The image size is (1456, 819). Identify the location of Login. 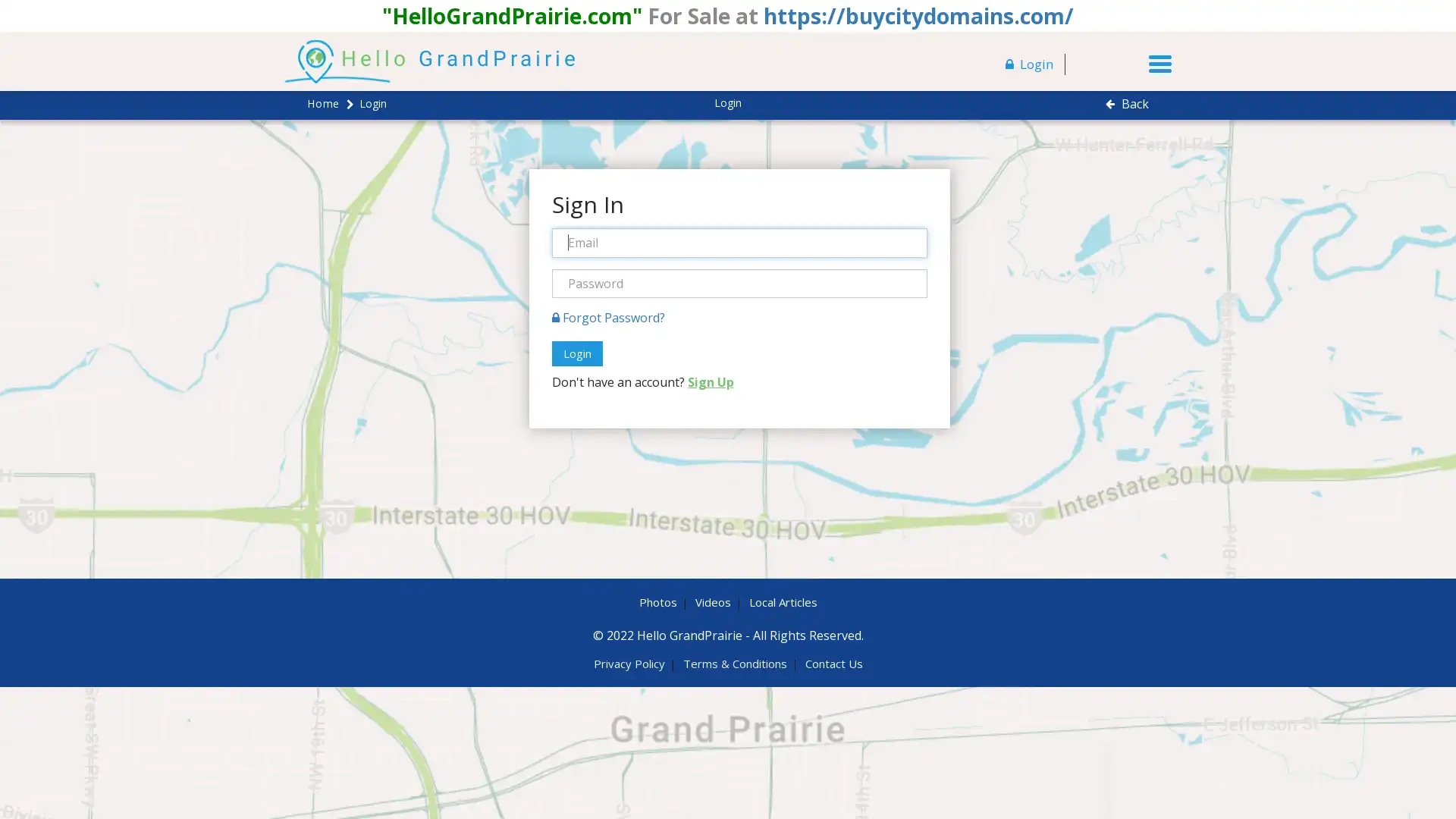
(576, 353).